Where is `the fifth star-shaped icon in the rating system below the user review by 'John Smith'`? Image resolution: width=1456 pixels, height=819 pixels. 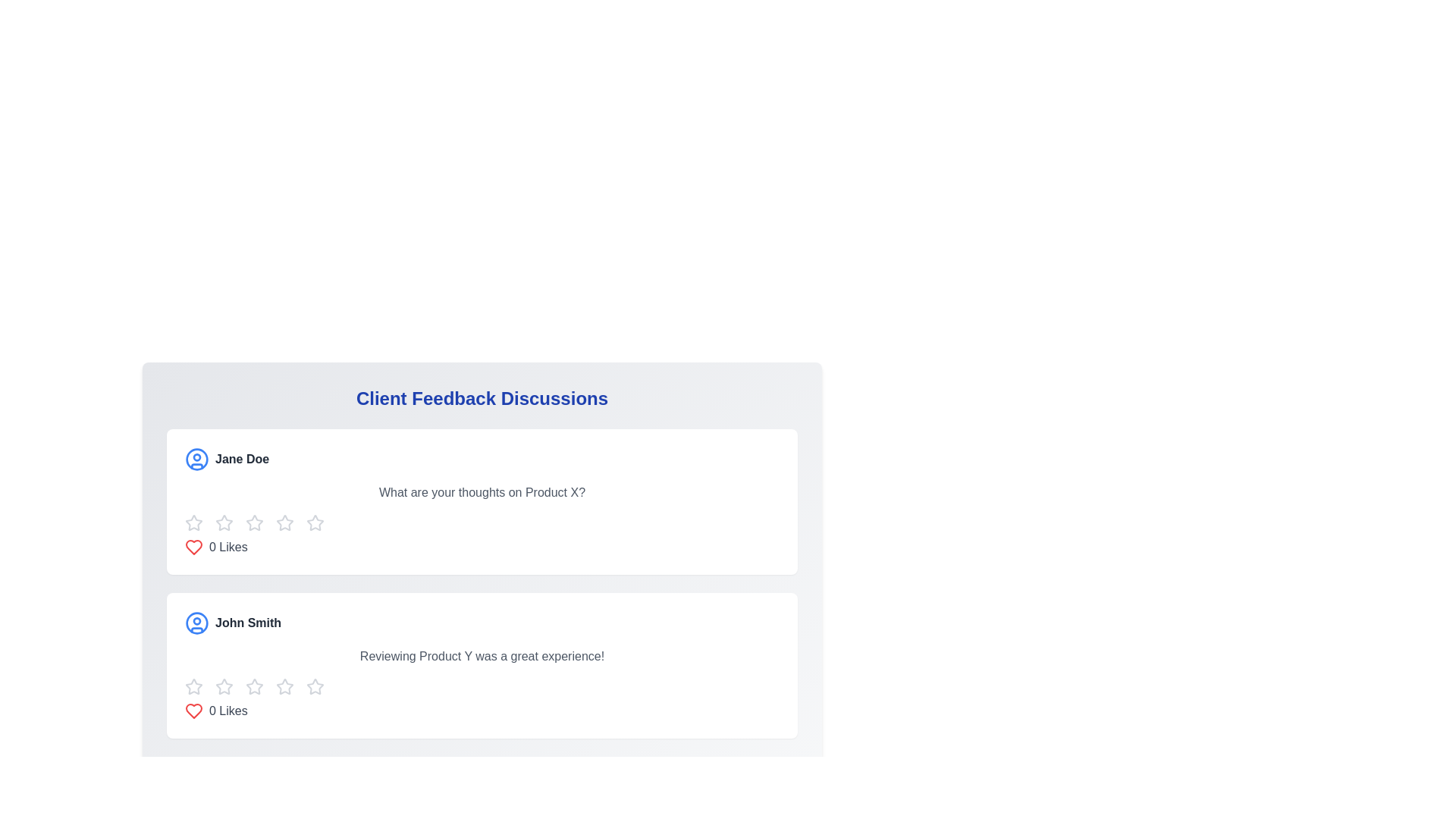 the fifth star-shaped icon in the rating system below the user review by 'John Smith' is located at coordinates (284, 687).